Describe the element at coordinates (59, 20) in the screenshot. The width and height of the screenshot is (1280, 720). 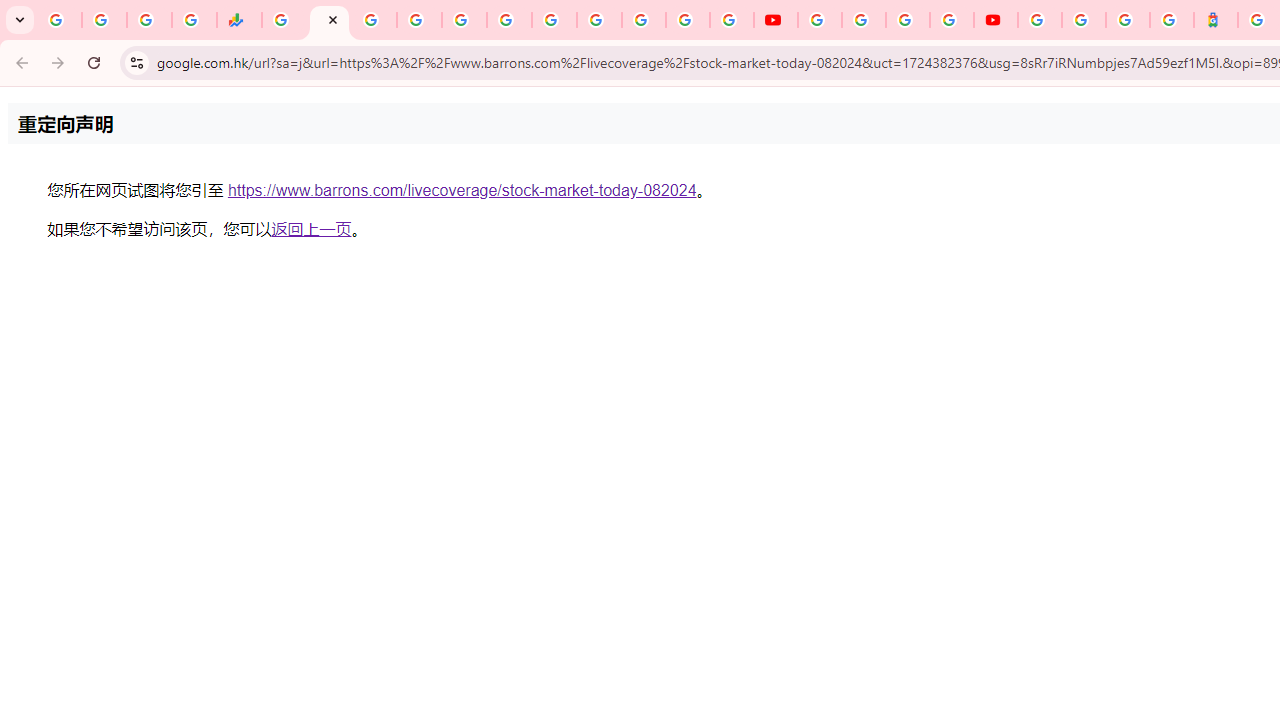
I see `'Google Workspace Admin Community'` at that location.